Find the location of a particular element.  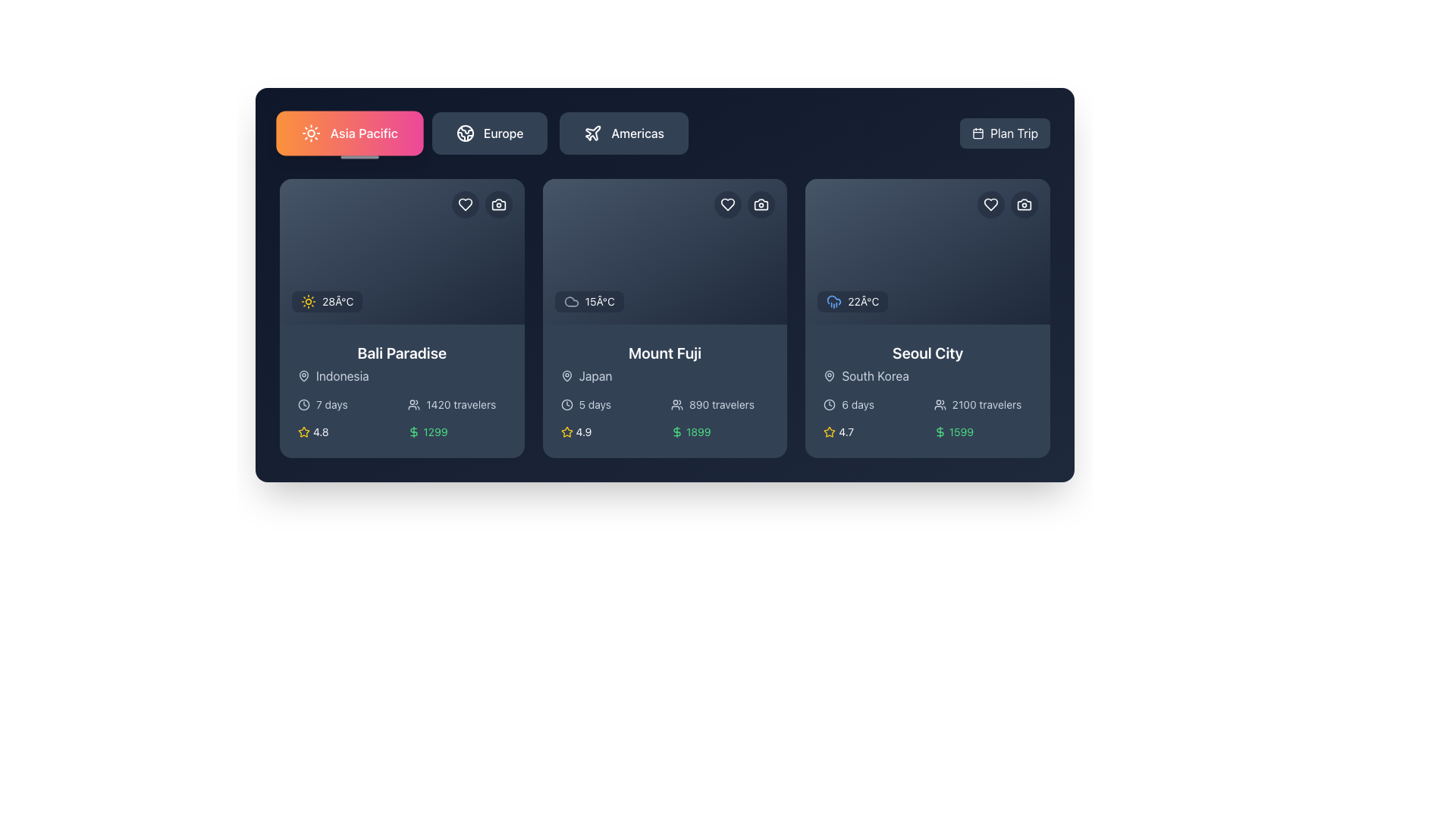

the informational label displaying '2100 travelers' located in the bottom-right region of the 'Seoul City' section, below the '6 days' information is located at coordinates (983, 403).